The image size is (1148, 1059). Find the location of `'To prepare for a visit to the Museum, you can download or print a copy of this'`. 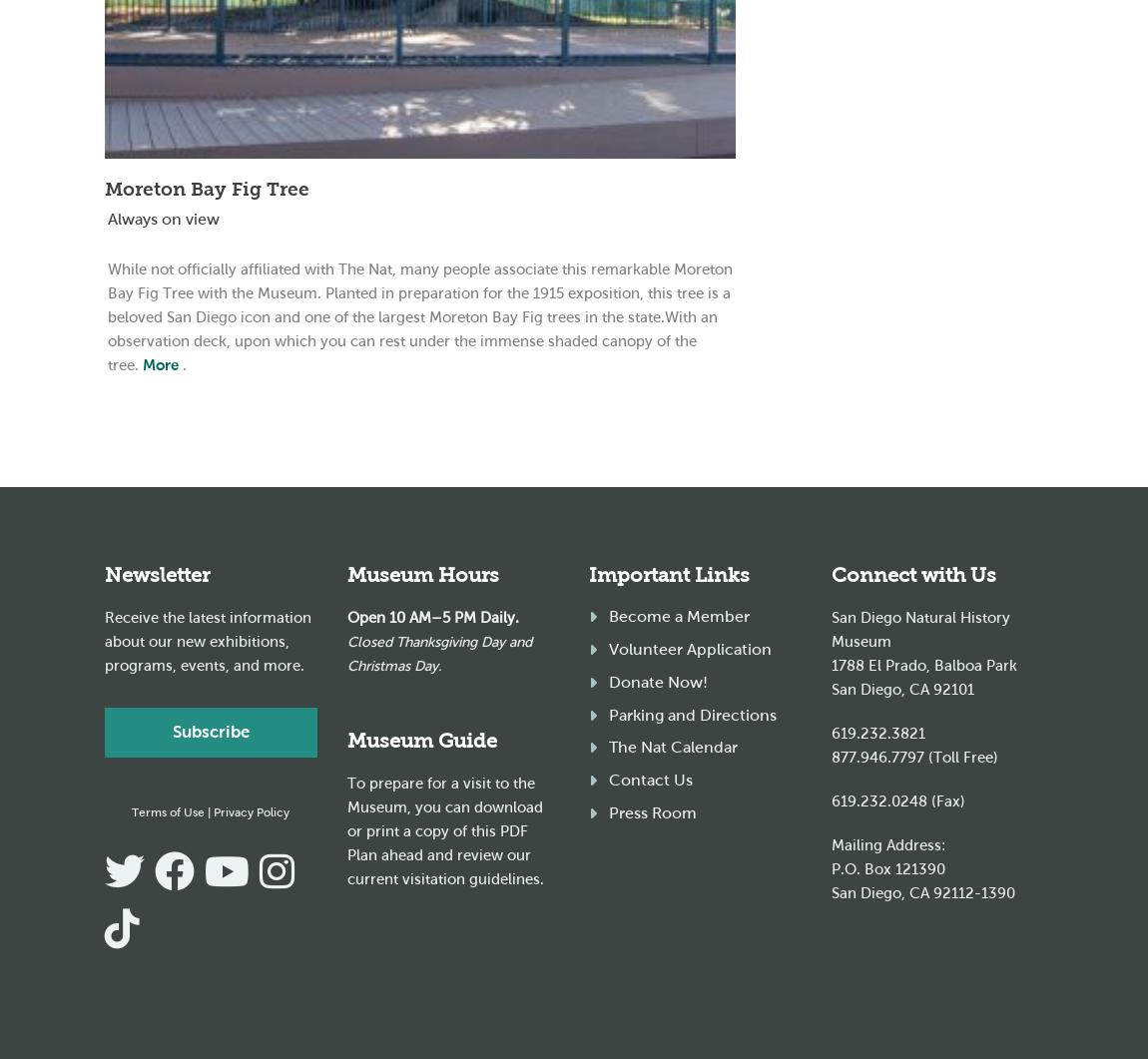

'To prepare for a visit to the Museum, you can download or print a copy of this' is located at coordinates (444, 807).